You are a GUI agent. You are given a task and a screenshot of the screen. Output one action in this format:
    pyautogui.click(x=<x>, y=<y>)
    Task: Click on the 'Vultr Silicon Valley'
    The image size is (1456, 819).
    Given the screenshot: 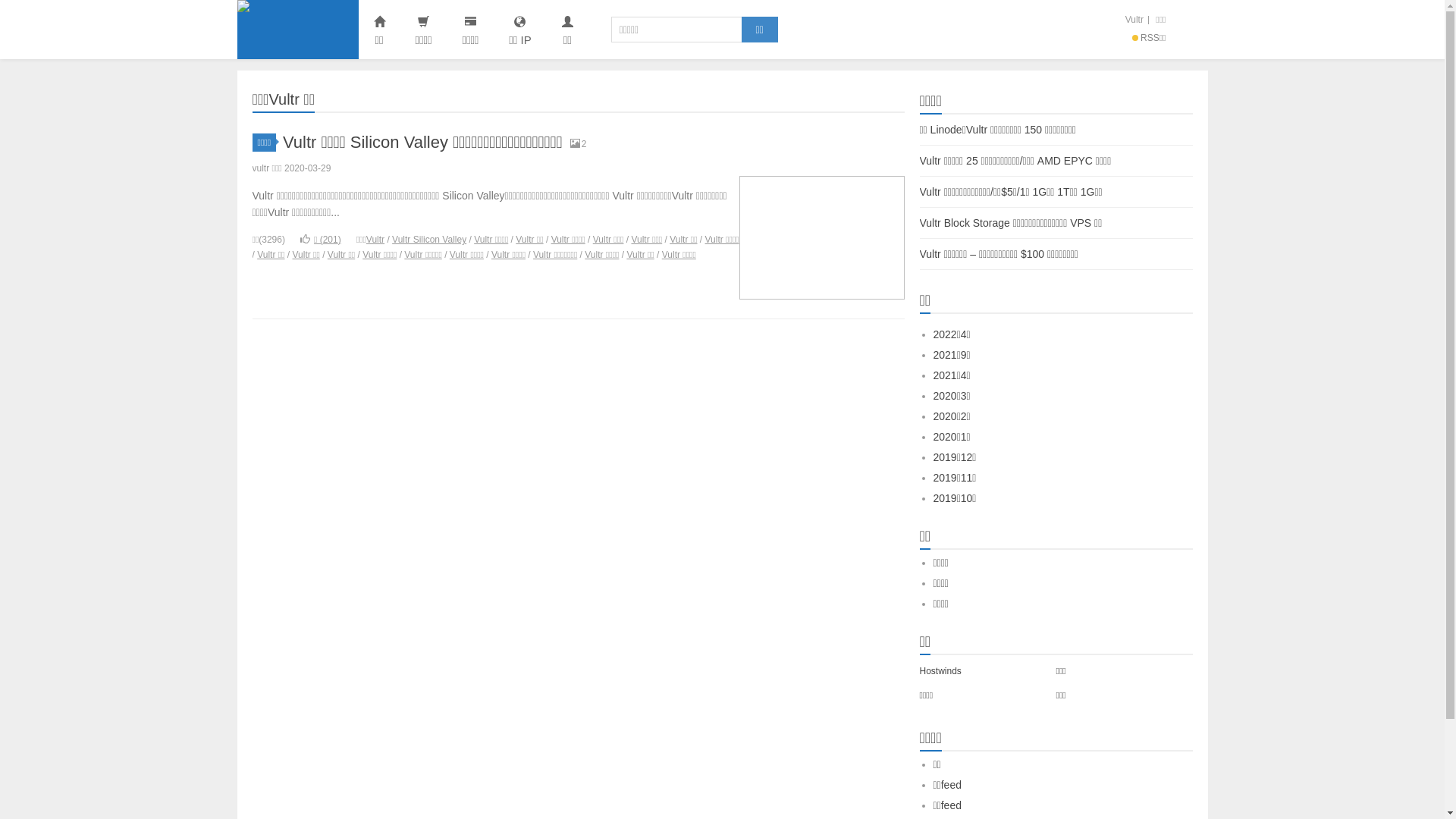 What is the action you would take?
    pyautogui.click(x=428, y=239)
    